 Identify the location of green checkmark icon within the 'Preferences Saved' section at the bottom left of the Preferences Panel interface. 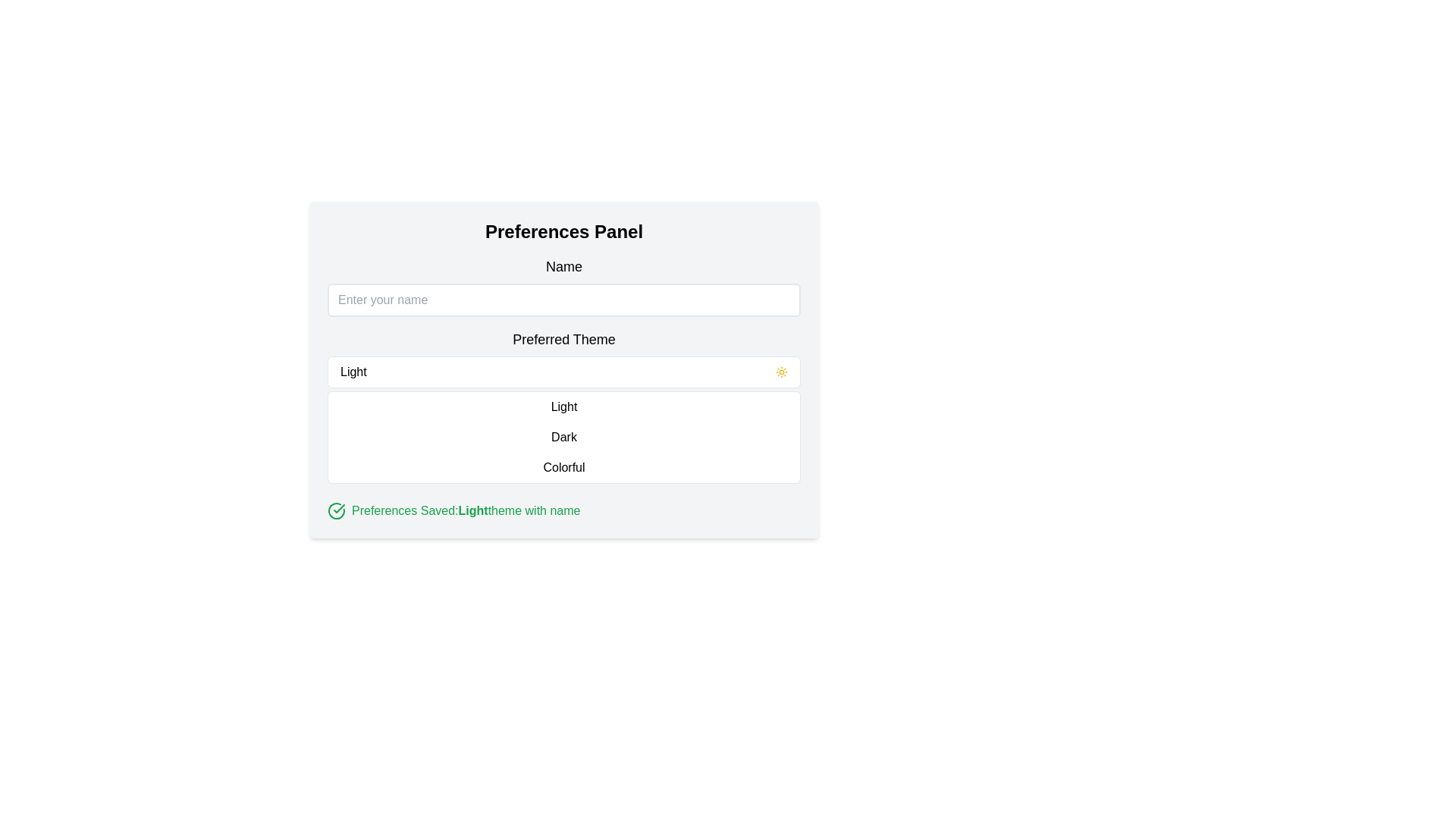
(336, 511).